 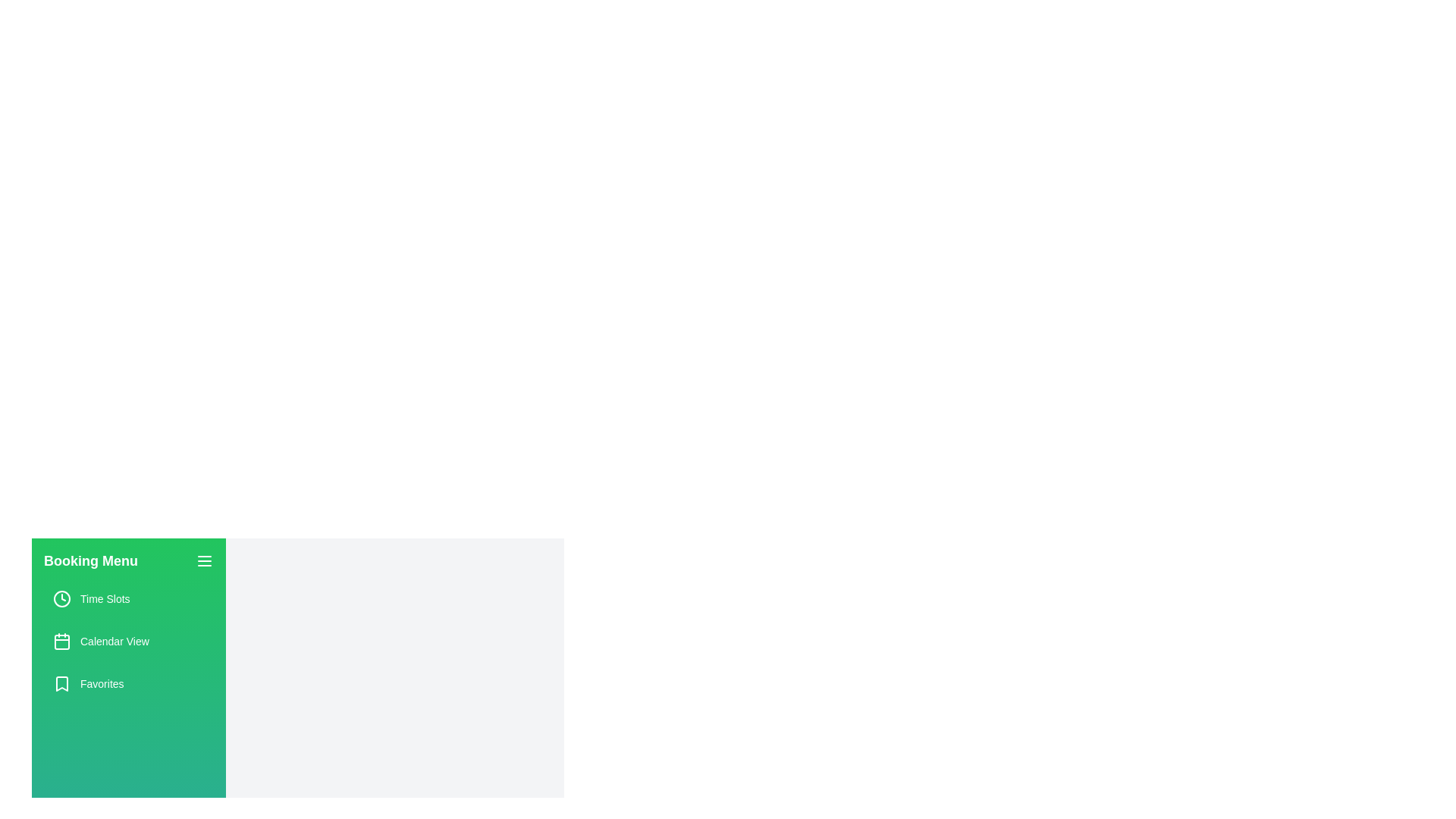 What do you see at coordinates (128, 684) in the screenshot?
I see `the menu option Favorites` at bounding box center [128, 684].